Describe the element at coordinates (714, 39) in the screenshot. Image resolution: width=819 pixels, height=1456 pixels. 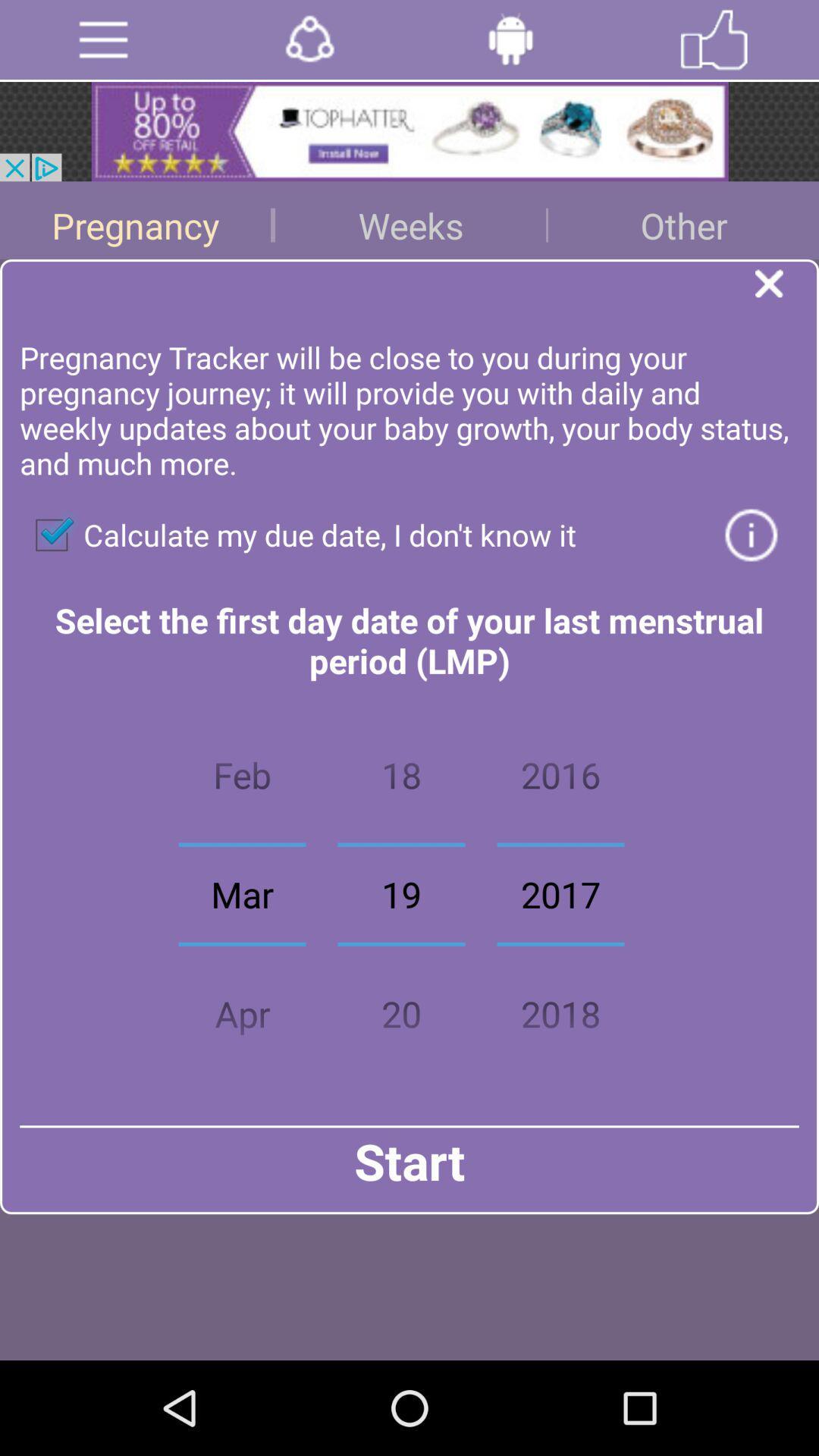
I see `kaai` at that location.